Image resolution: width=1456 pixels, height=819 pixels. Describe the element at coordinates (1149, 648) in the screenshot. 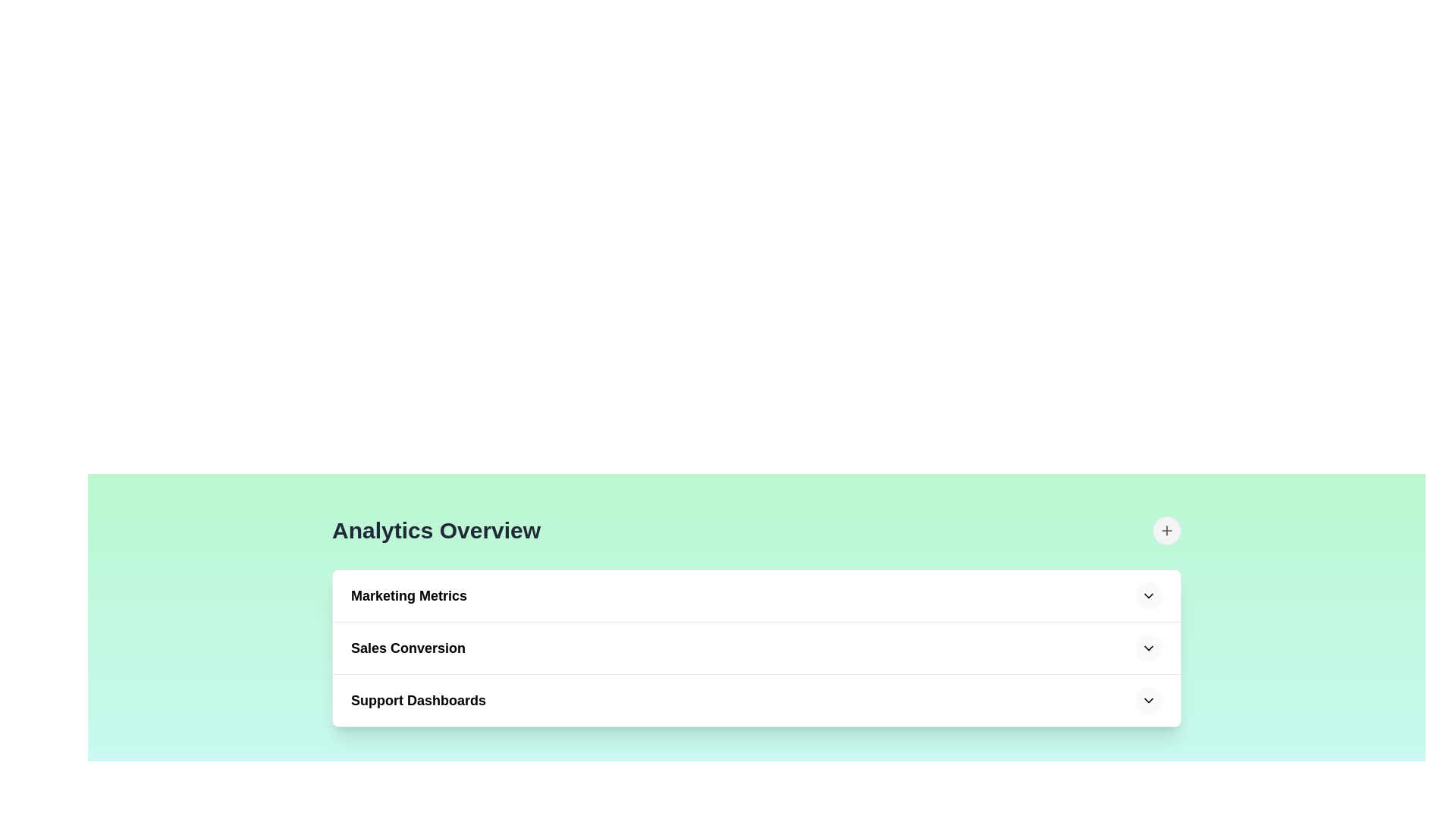

I see `the state of the dropdown toggle icon located in the second row of the 'Support Dashboards' section, directly to the right of 'Sales Conversion', for interaction cues` at that location.